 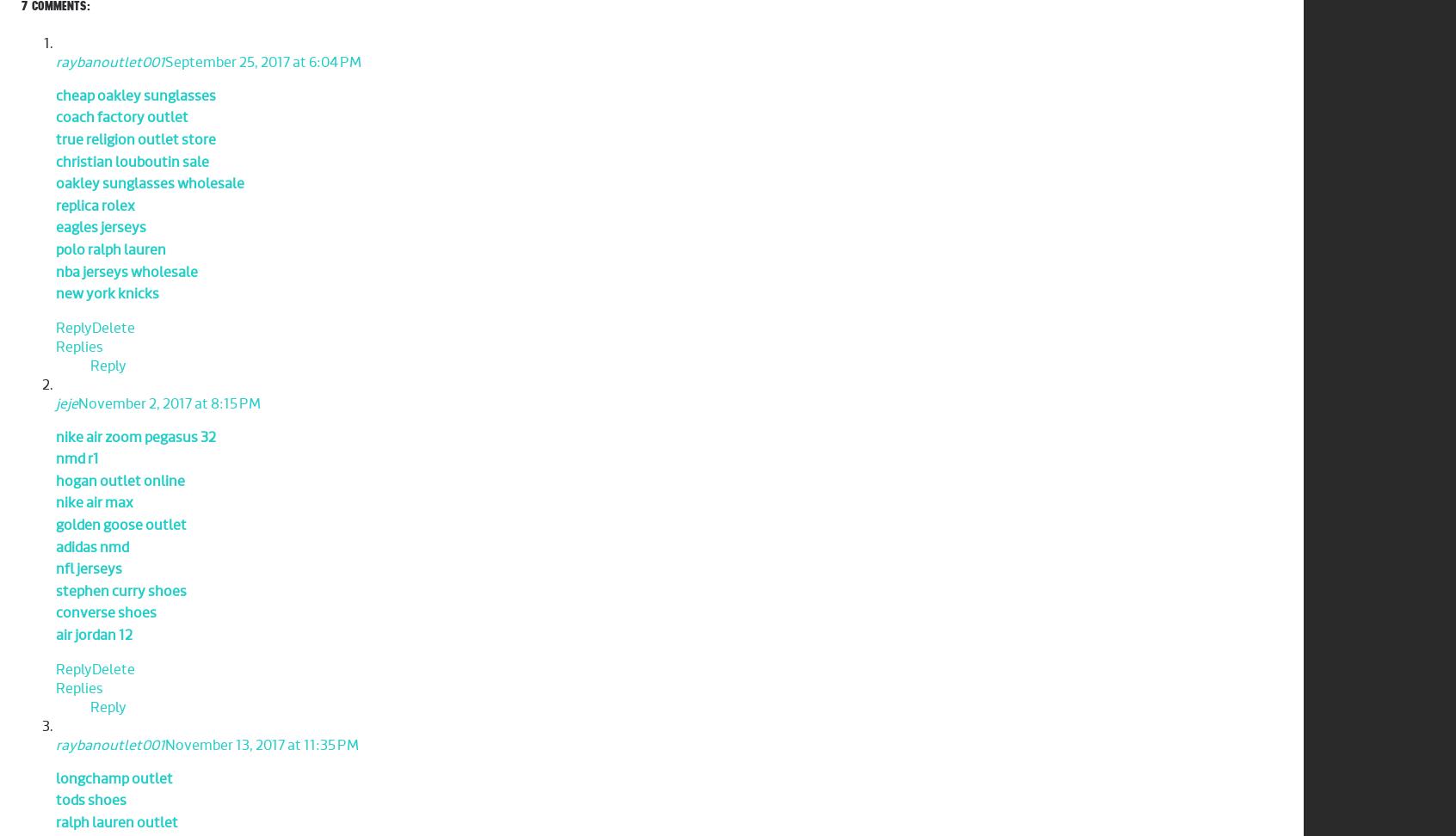 What do you see at coordinates (120, 590) in the screenshot?
I see `'stephen curry shoes'` at bounding box center [120, 590].